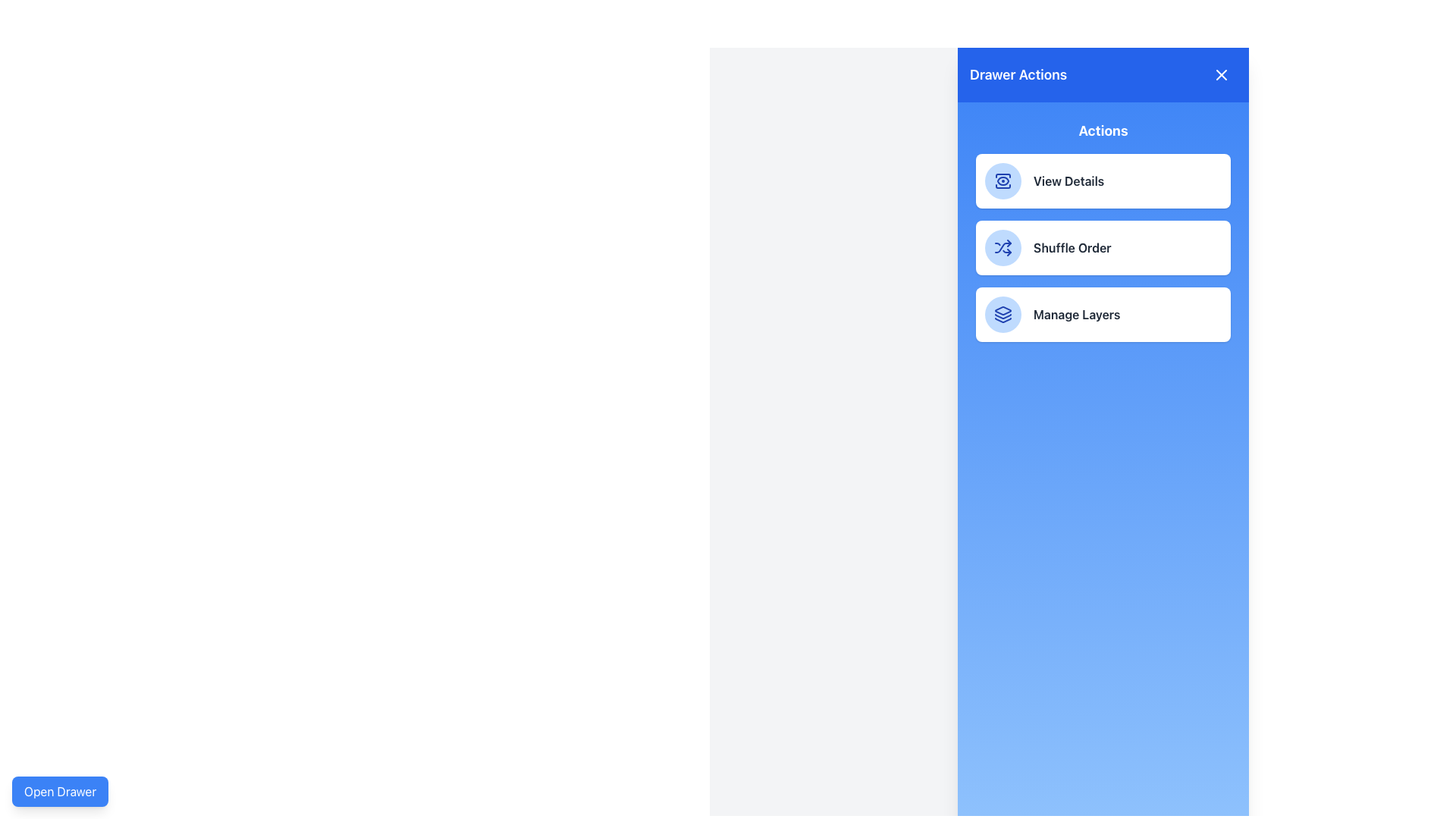 Image resolution: width=1456 pixels, height=819 pixels. Describe the element at coordinates (1003, 314) in the screenshot. I see `the 'Manage Layers' icon located in the bottommost entry of the 'Actions' section within the 'Drawer Actions' panel, which is the third icon in the vertical action buttons list` at that location.